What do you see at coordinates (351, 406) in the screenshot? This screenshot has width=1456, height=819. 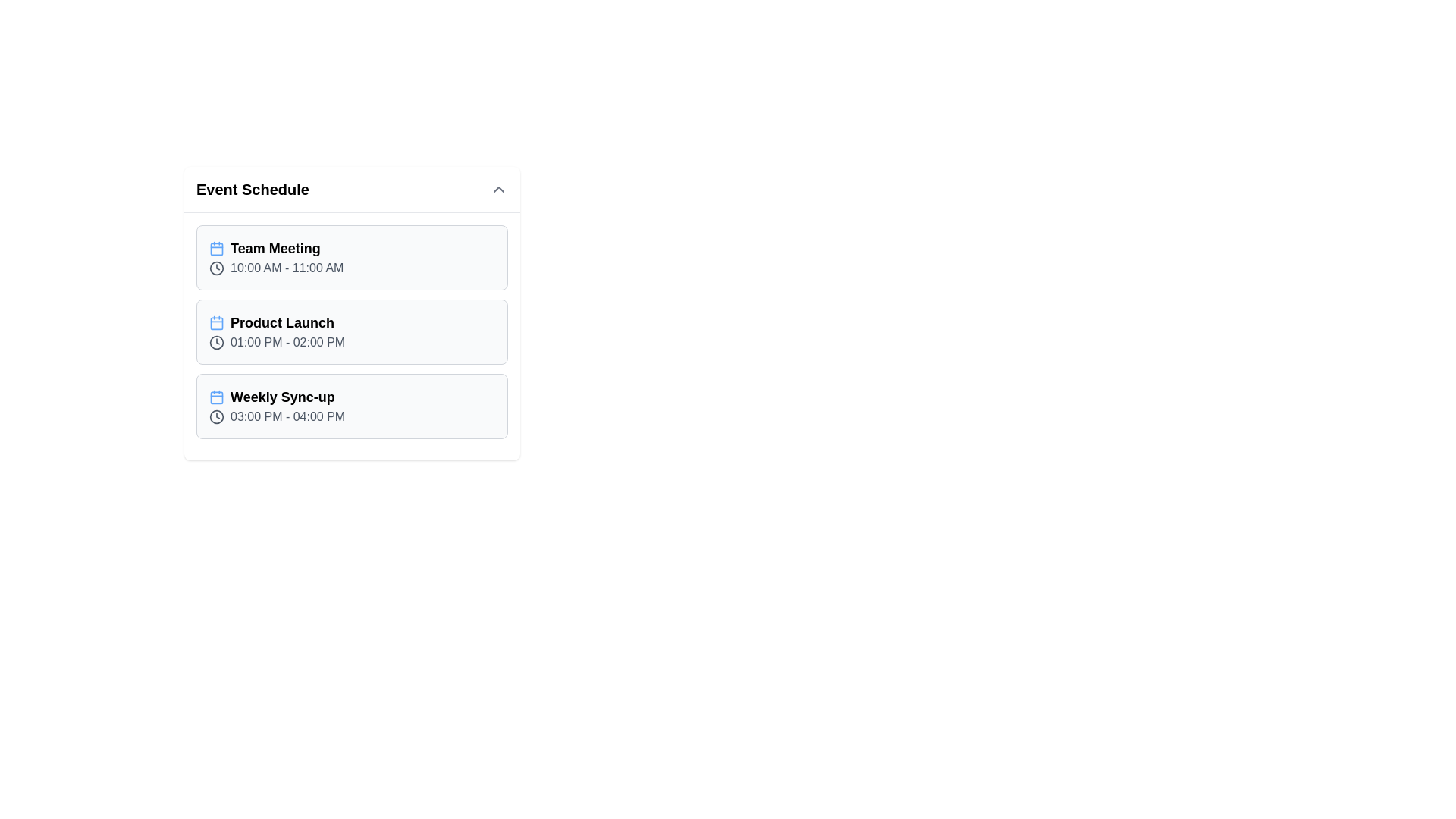 I see `the 'Weekly Sync-up' event card, which is the third item` at bounding box center [351, 406].